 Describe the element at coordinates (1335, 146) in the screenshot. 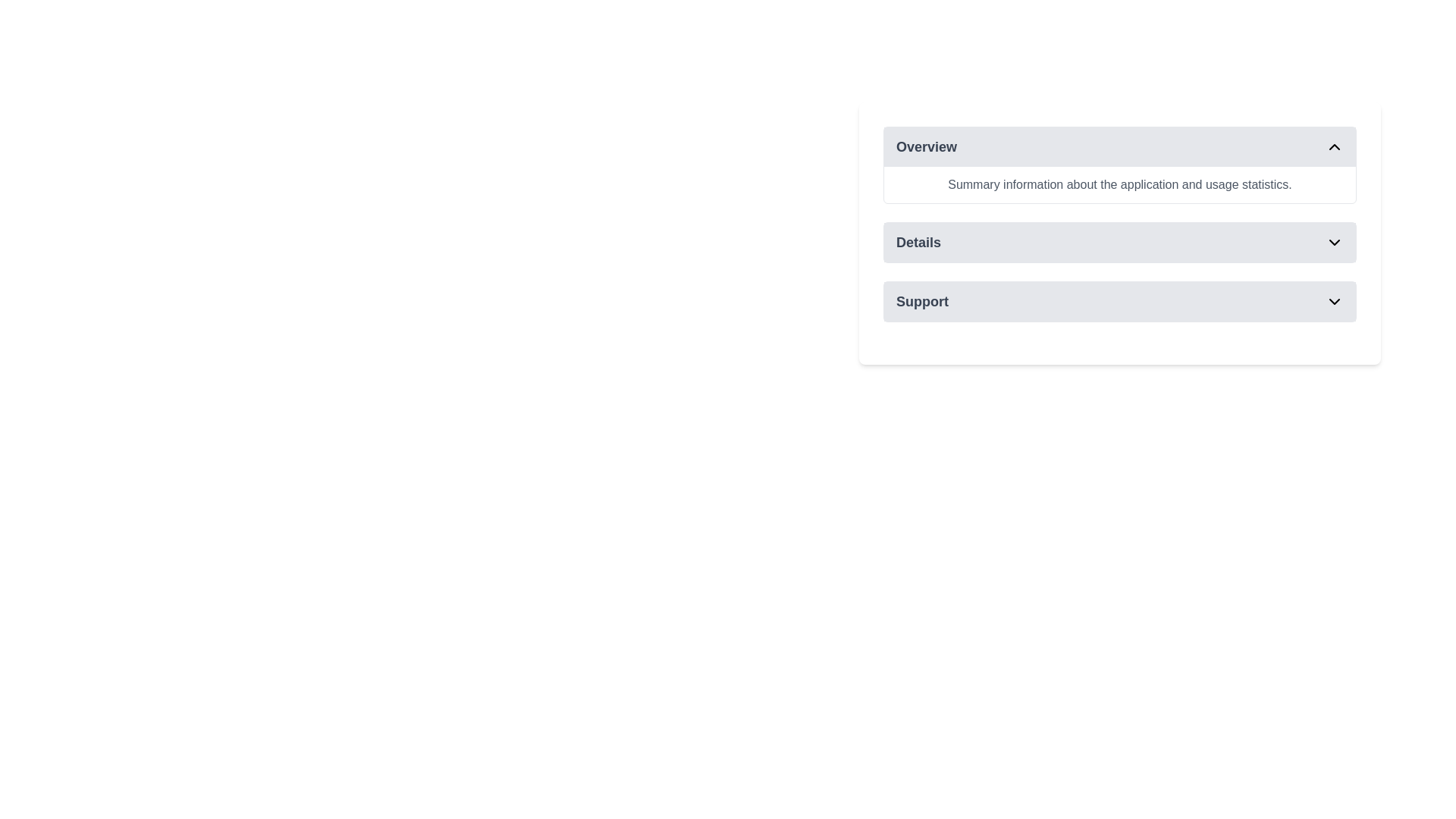

I see `the expand/collapse toggle icon for the 'Overview' section, which is located at the top-right corner beside the 'Overview' text` at that location.